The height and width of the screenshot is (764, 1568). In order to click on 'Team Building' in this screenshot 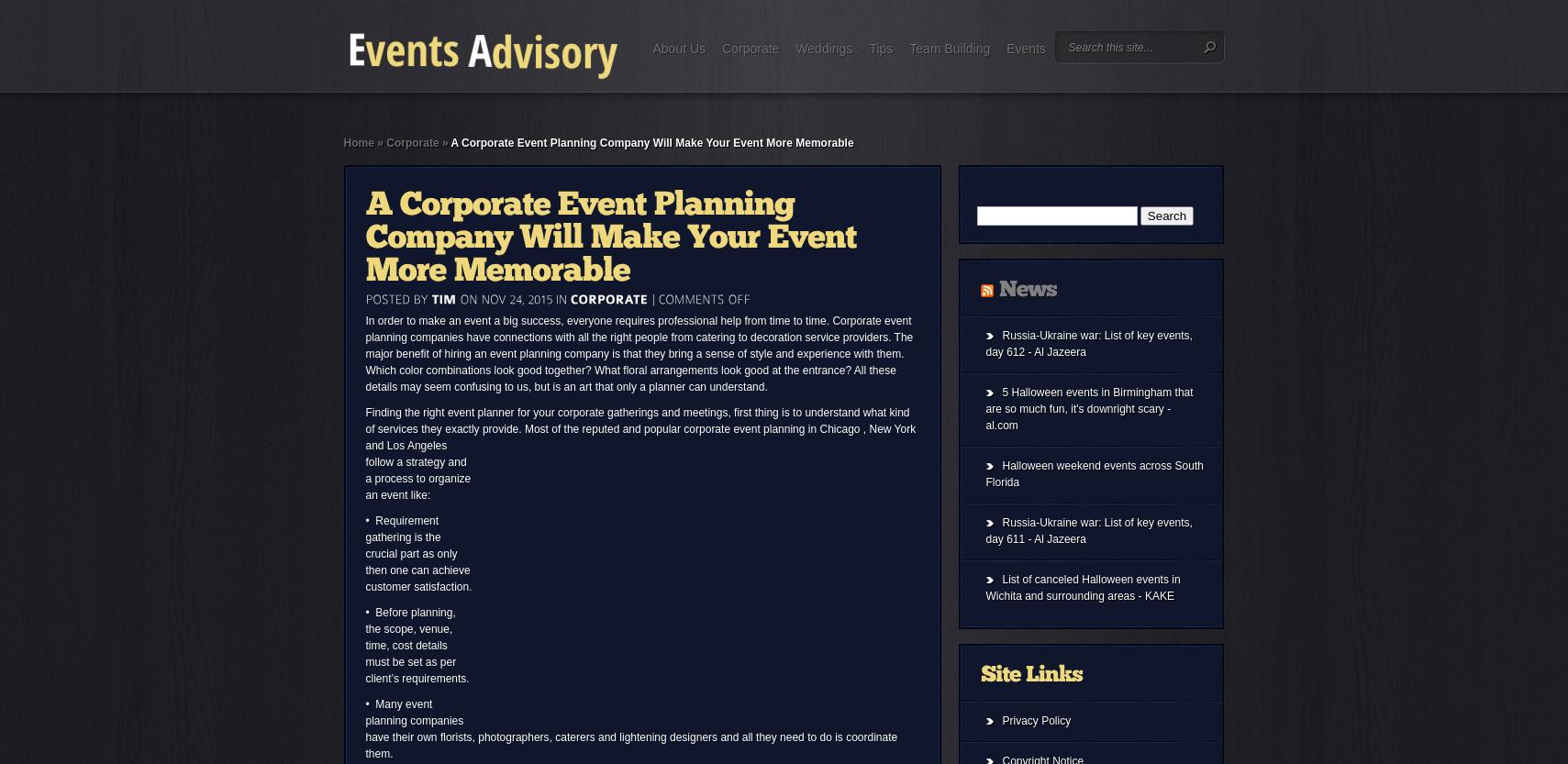, I will do `click(949, 48)`.